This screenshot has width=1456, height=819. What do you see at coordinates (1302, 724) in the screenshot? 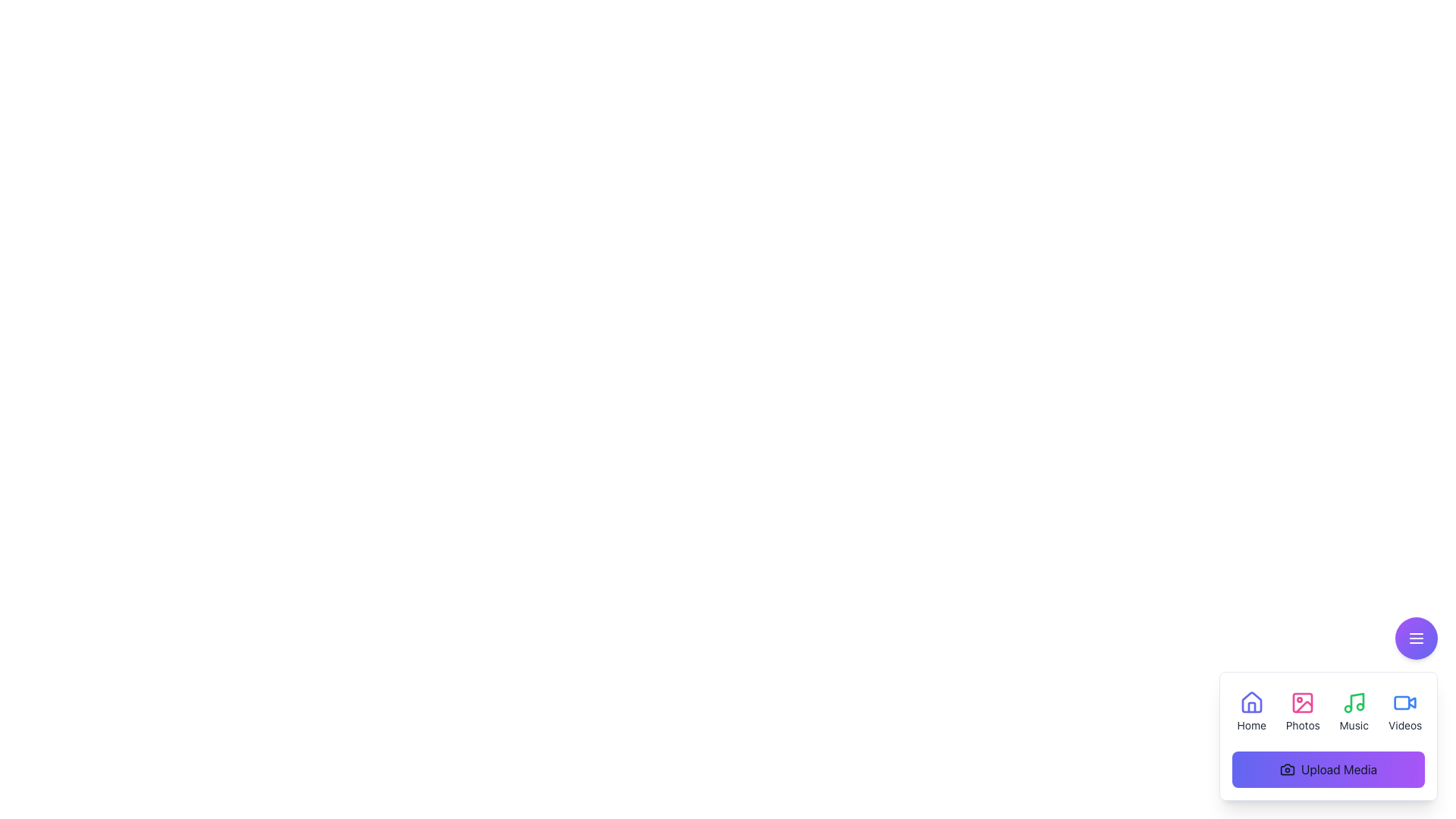
I see `text label that displays the word 'Photos', which is styled with dark text color and positioned directly below the pink-colored photo frame icon` at bounding box center [1302, 724].